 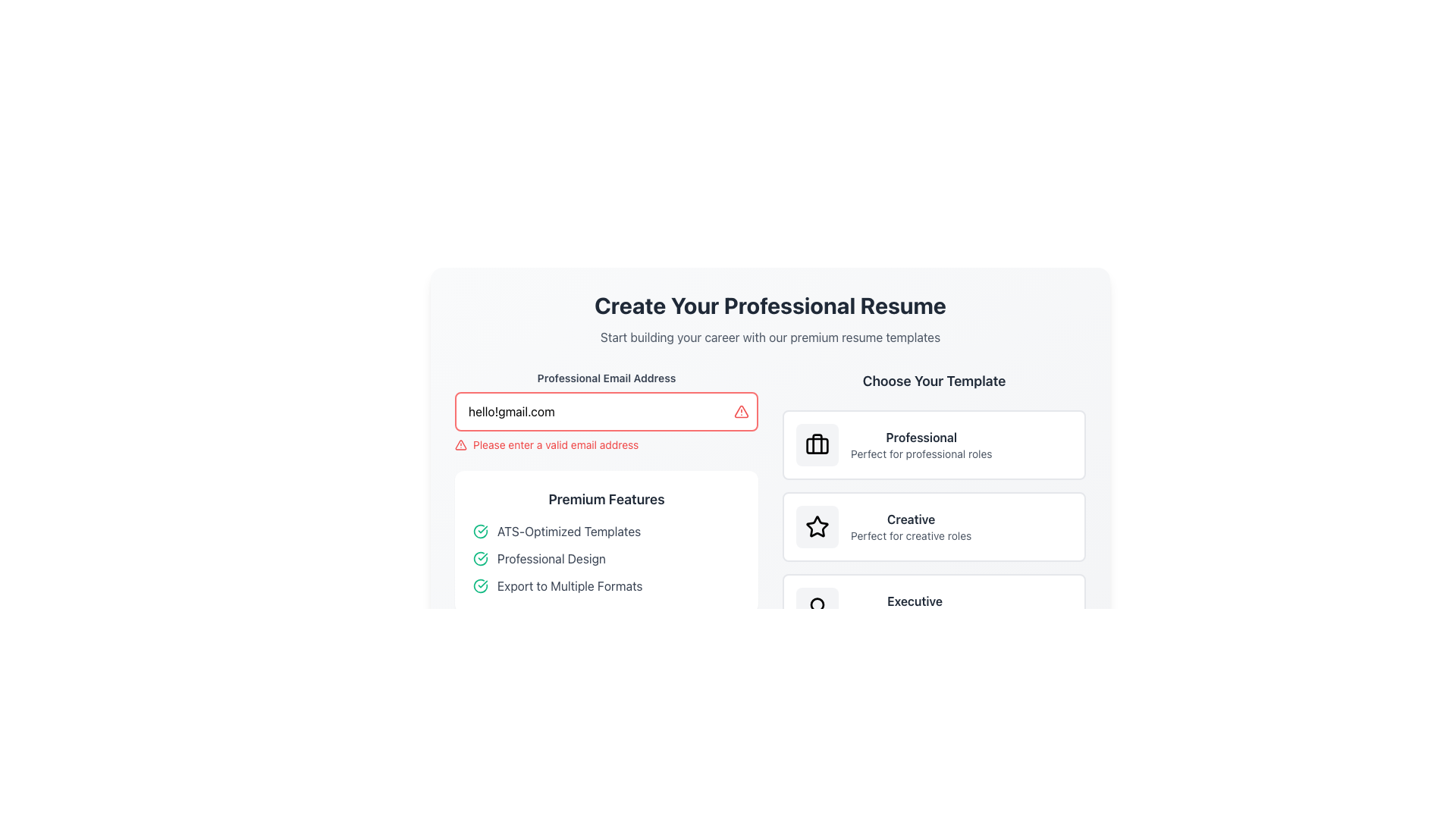 What do you see at coordinates (479, 531) in the screenshot?
I see `the green circular icon with a checkmark representing success, located to the left of the 'ATS-Optimized Templates' text in the premium features list` at bounding box center [479, 531].